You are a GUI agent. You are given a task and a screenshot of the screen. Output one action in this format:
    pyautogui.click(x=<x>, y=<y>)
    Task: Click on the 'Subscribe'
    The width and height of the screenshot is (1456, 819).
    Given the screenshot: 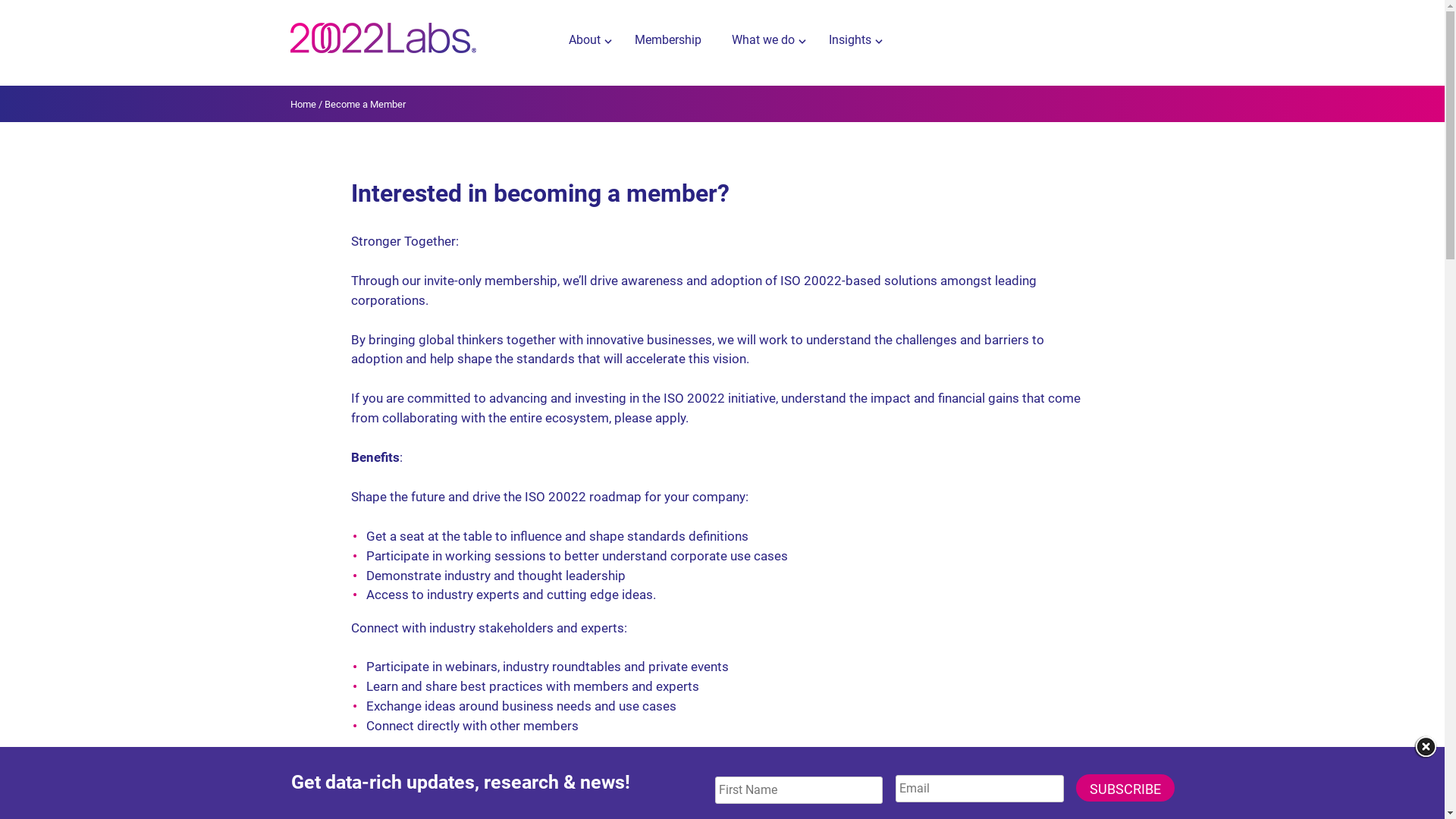 What is the action you would take?
    pyautogui.click(x=1125, y=786)
    